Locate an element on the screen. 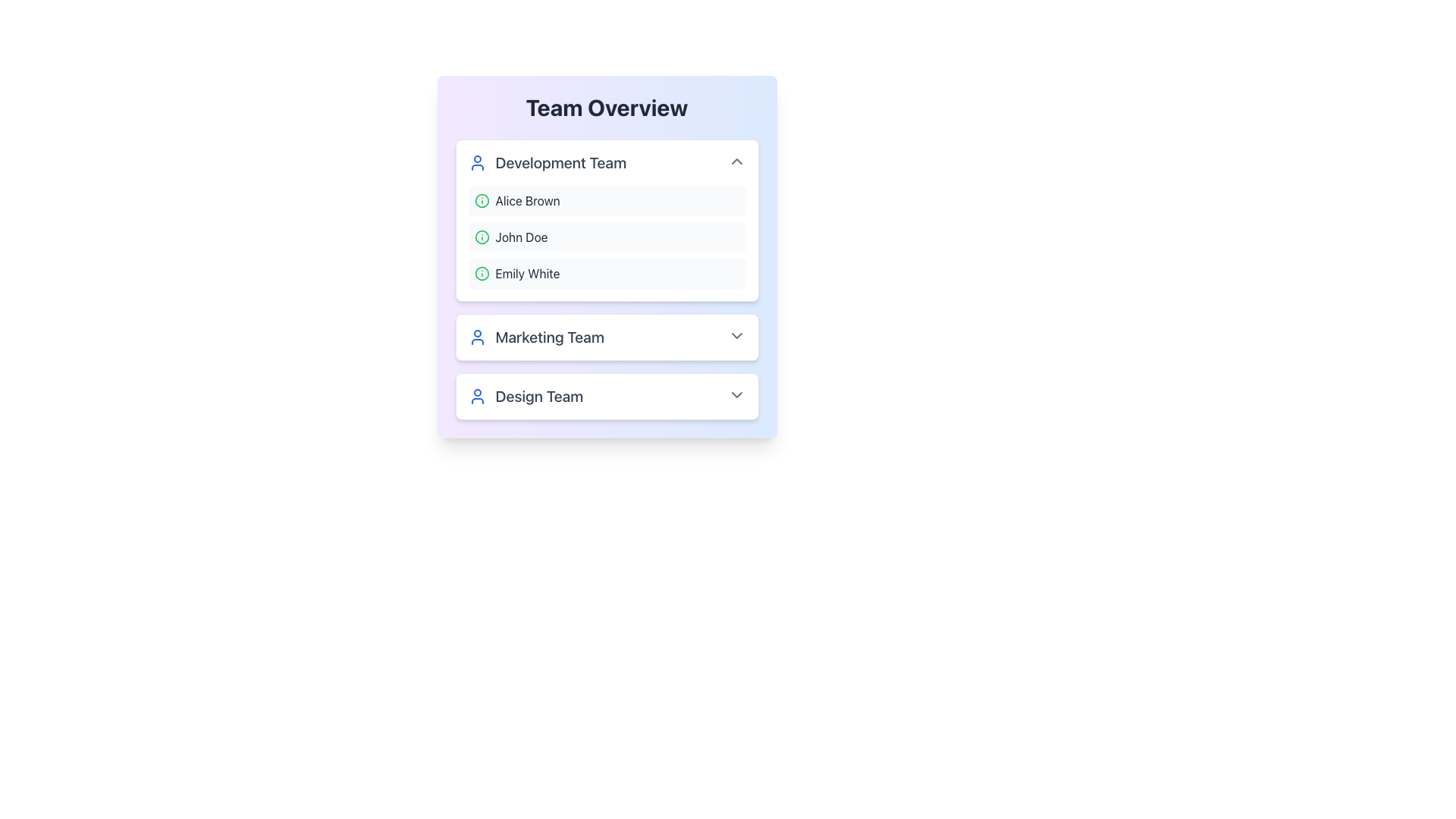  the 'Design Team' dropdown menu option is located at coordinates (607, 396).